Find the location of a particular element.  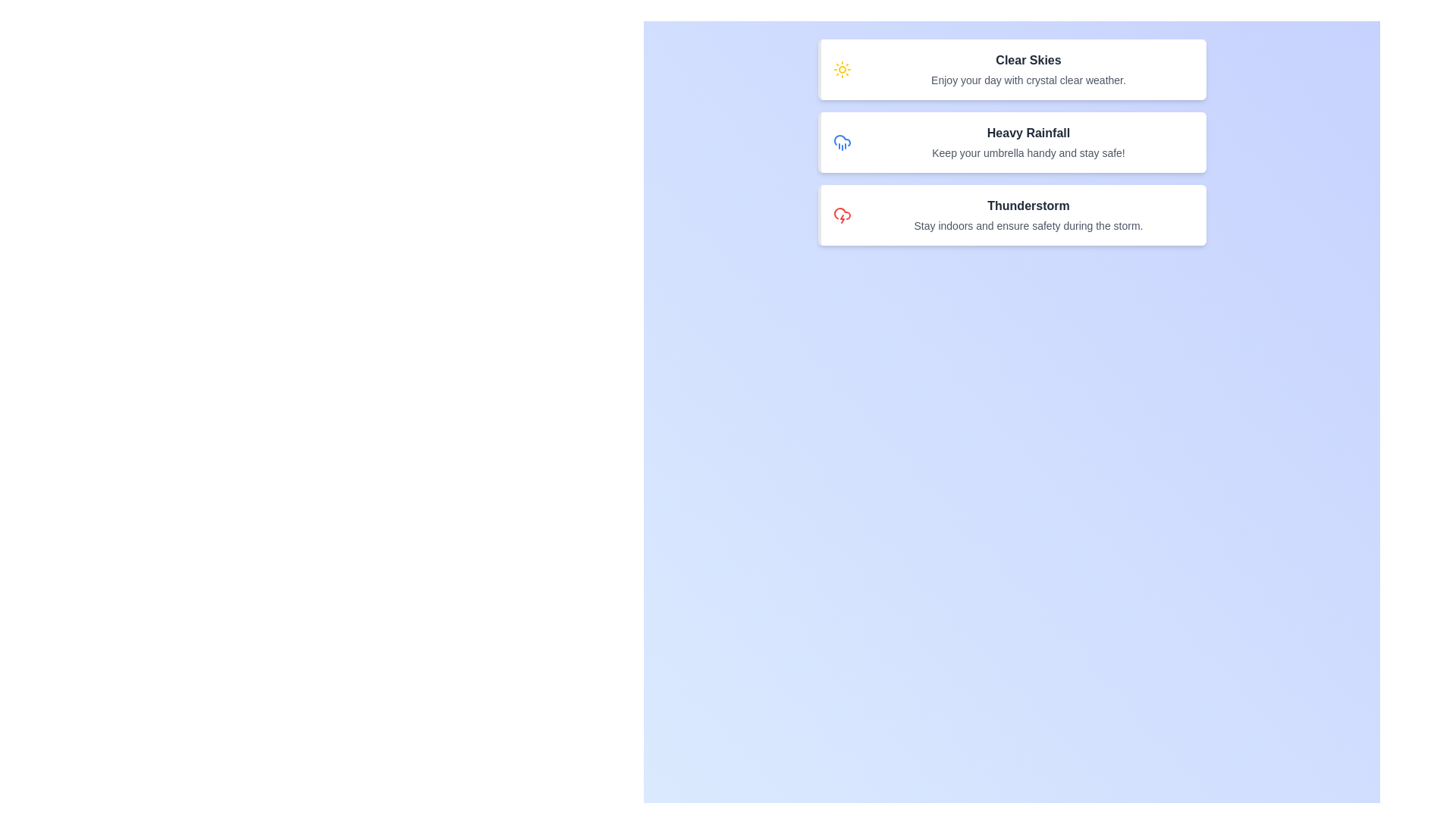

the icon corresponding to Thunderstorm is located at coordinates (841, 215).